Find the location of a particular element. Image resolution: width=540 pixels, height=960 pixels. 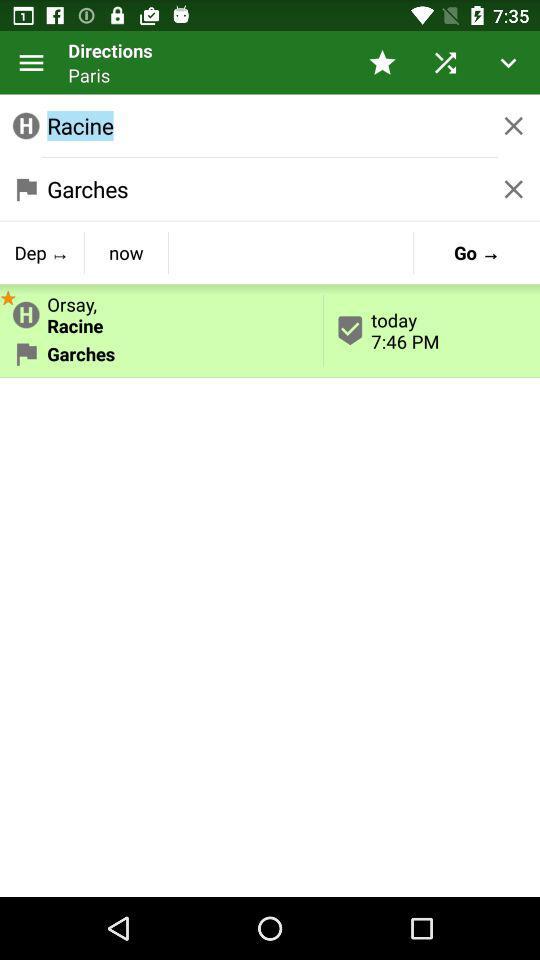

the app above orsay, is located at coordinates (126, 251).